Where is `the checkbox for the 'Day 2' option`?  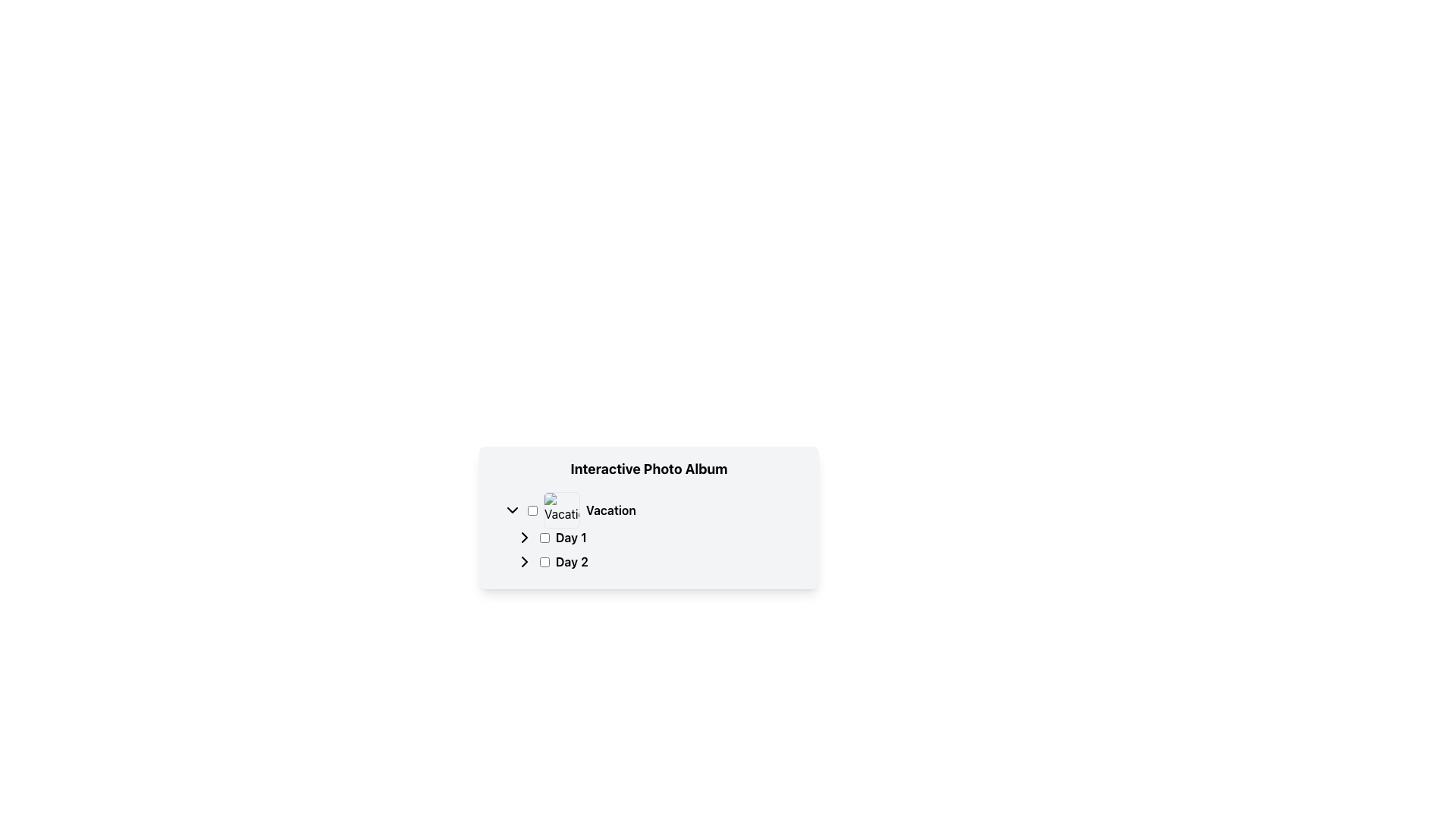 the checkbox for the 'Day 2' option is located at coordinates (544, 561).